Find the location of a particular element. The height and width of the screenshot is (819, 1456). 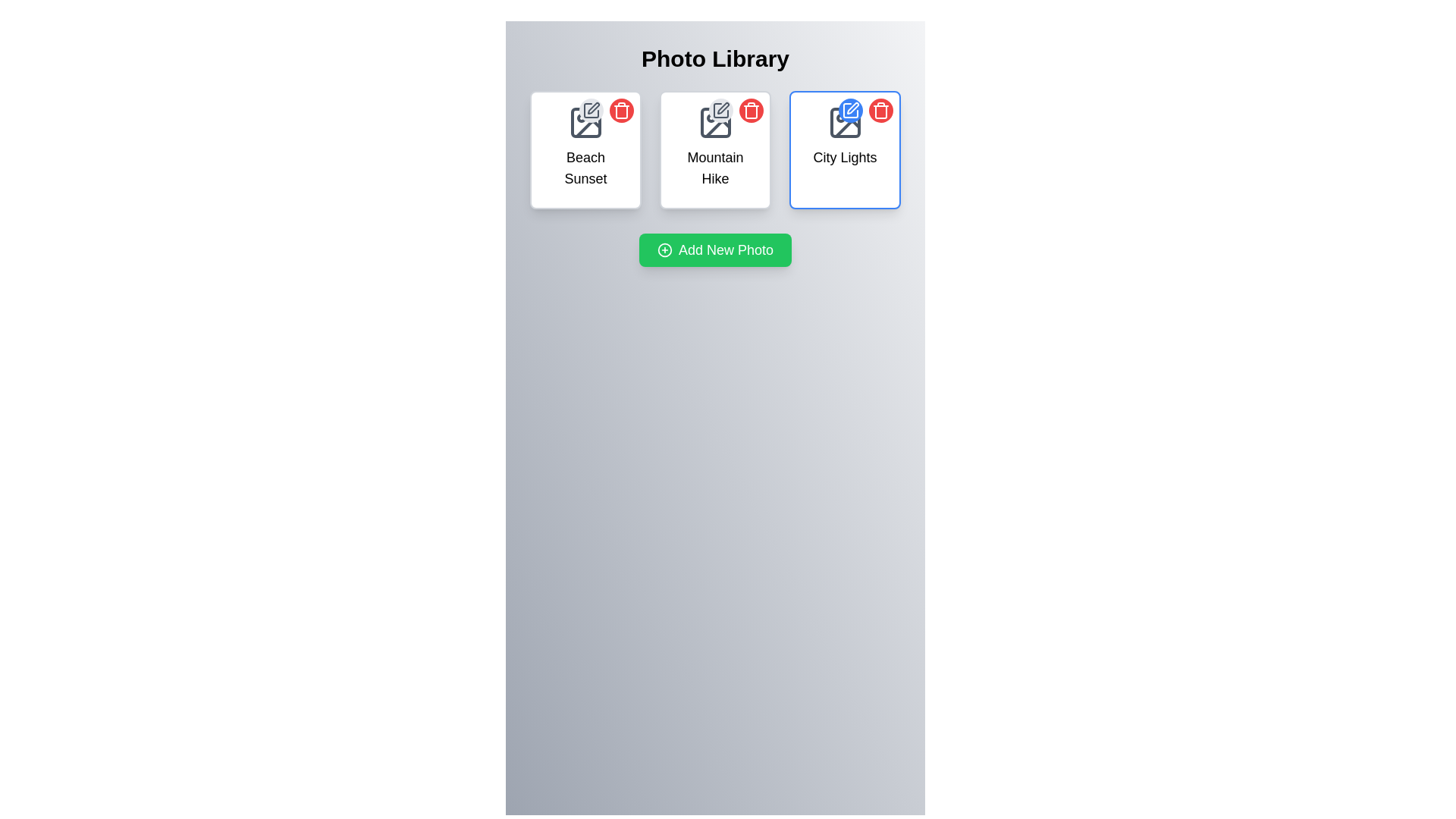

the square photo icon with rounded corners located in the top-center area of the 'City Lights' photo card is located at coordinates (844, 122).